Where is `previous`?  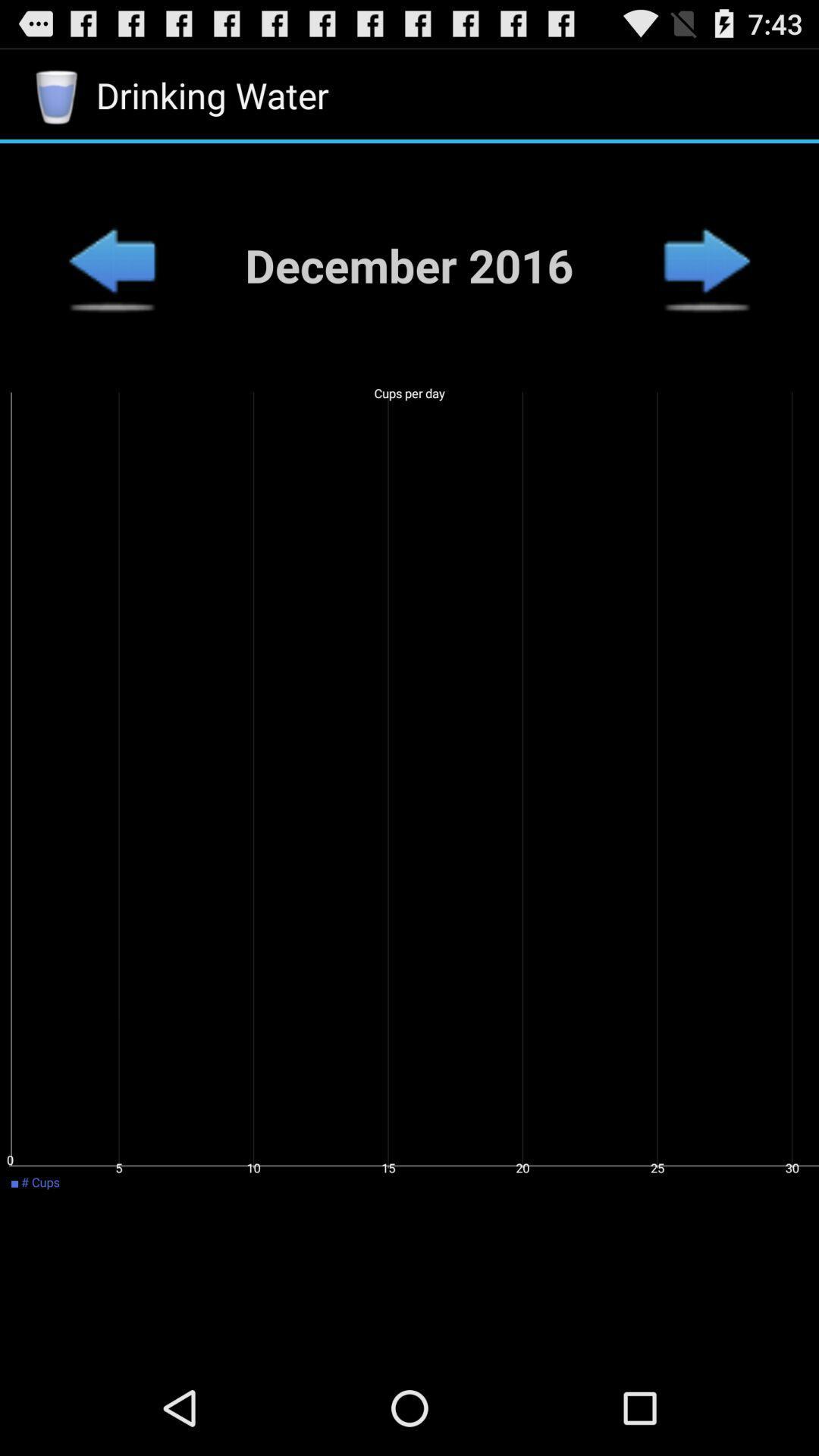
previous is located at coordinates (706, 265).